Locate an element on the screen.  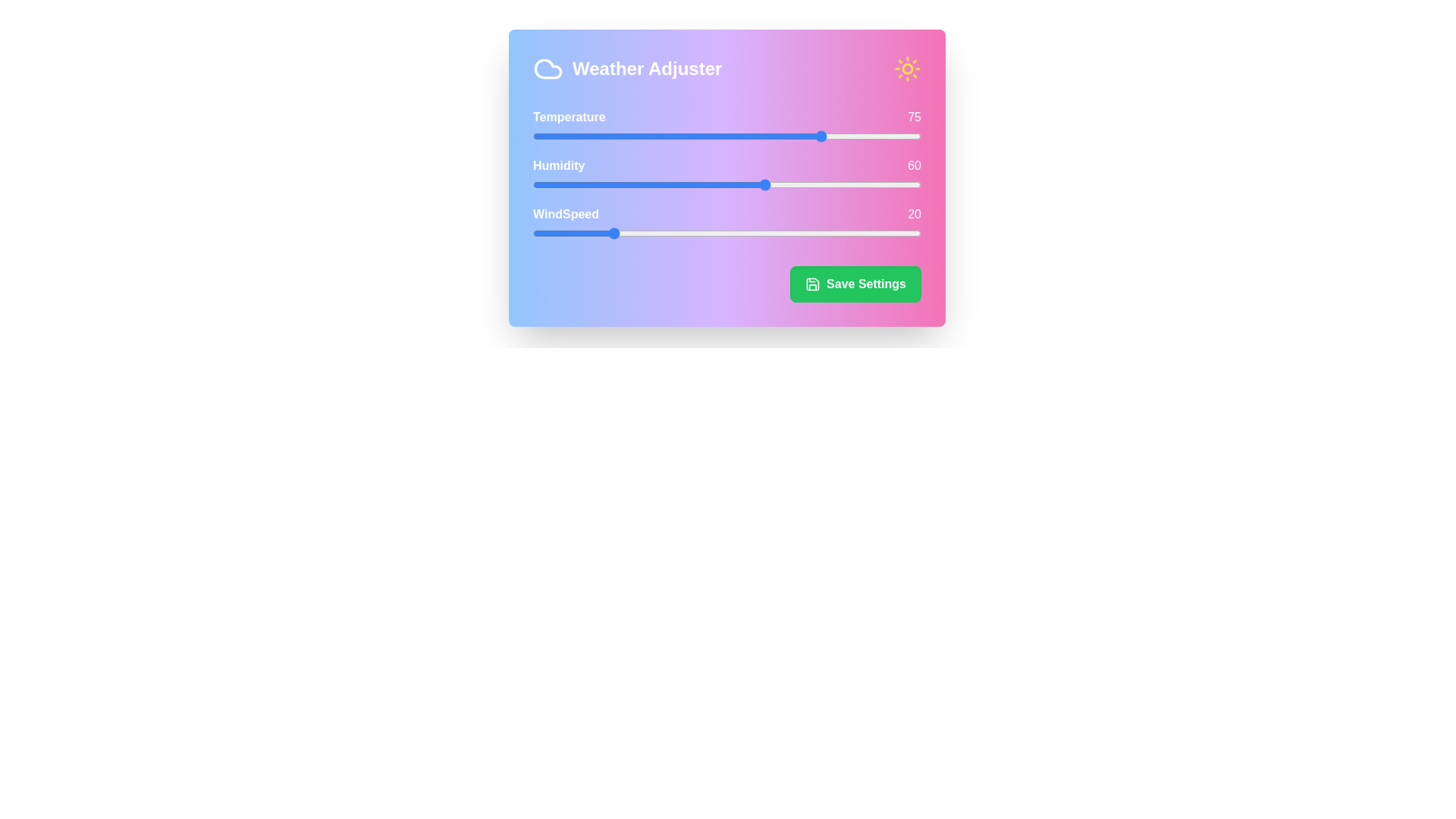
the temperature slider is located at coordinates (582, 136).